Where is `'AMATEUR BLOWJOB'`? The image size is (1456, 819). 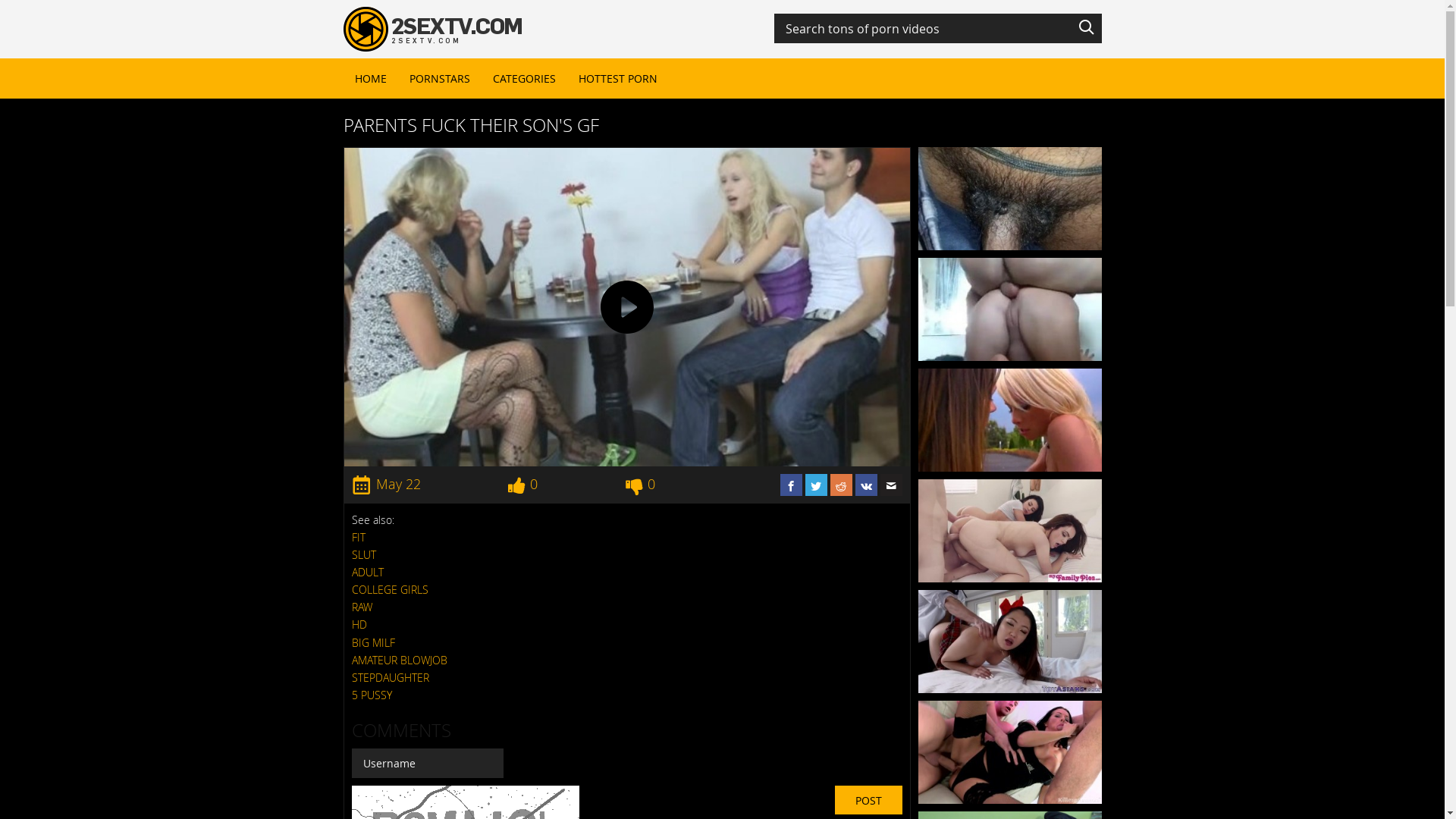 'AMATEUR BLOWJOB' is located at coordinates (400, 659).